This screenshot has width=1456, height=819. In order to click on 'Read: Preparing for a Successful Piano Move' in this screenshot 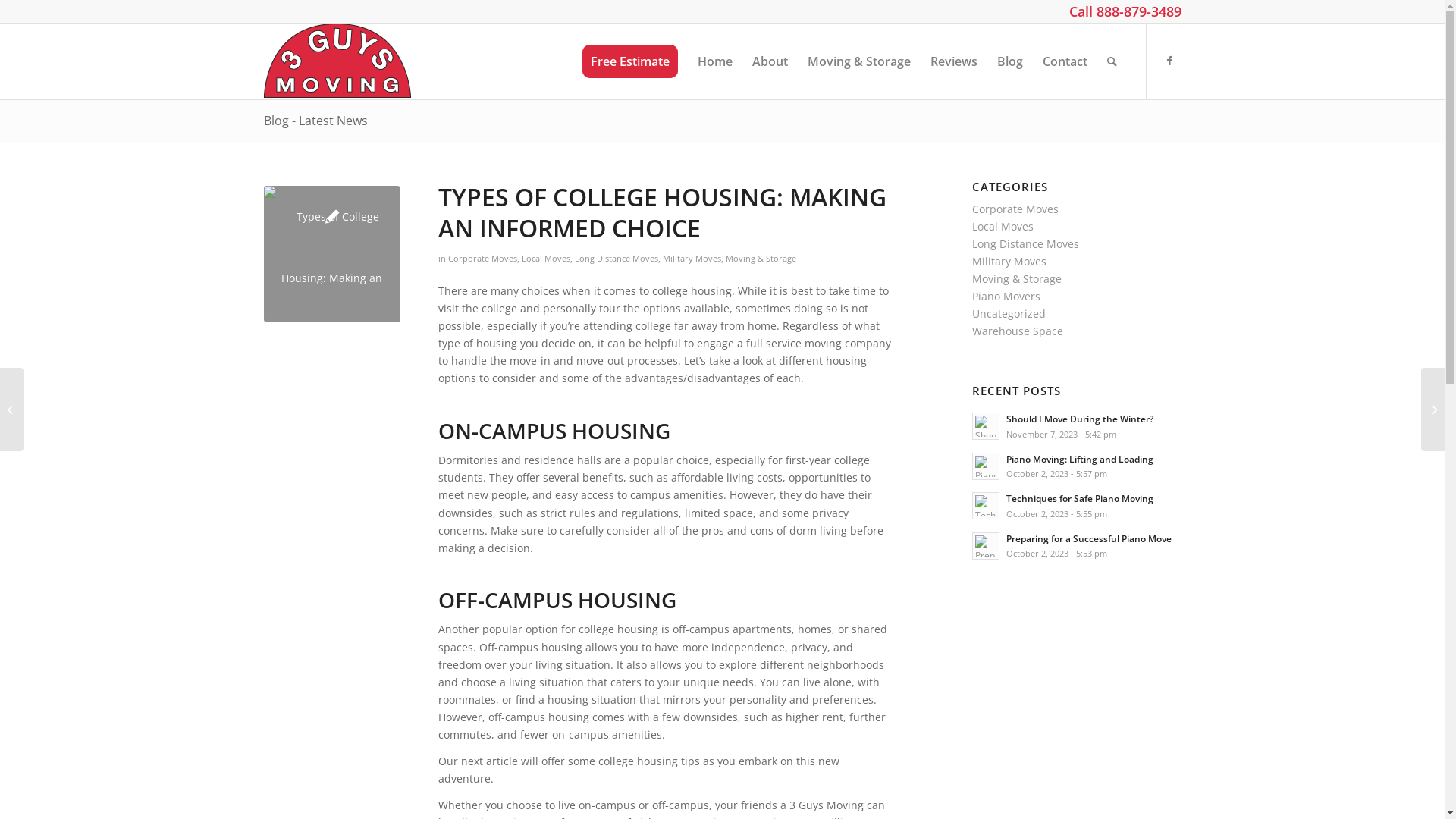, I will do `click(986, 546)`.